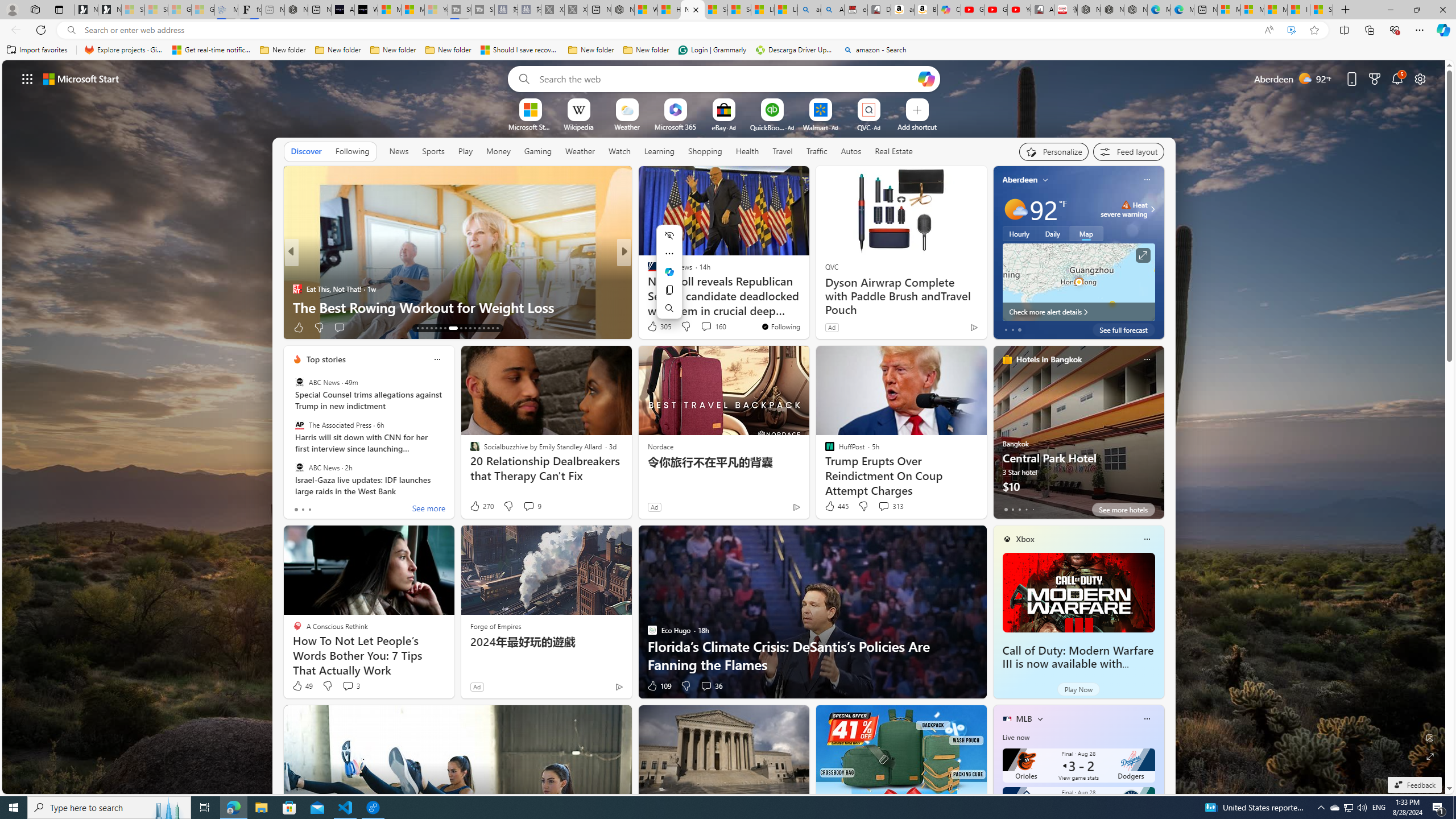  I want to click on 'Personalize your feed"', so click(1053, 152).